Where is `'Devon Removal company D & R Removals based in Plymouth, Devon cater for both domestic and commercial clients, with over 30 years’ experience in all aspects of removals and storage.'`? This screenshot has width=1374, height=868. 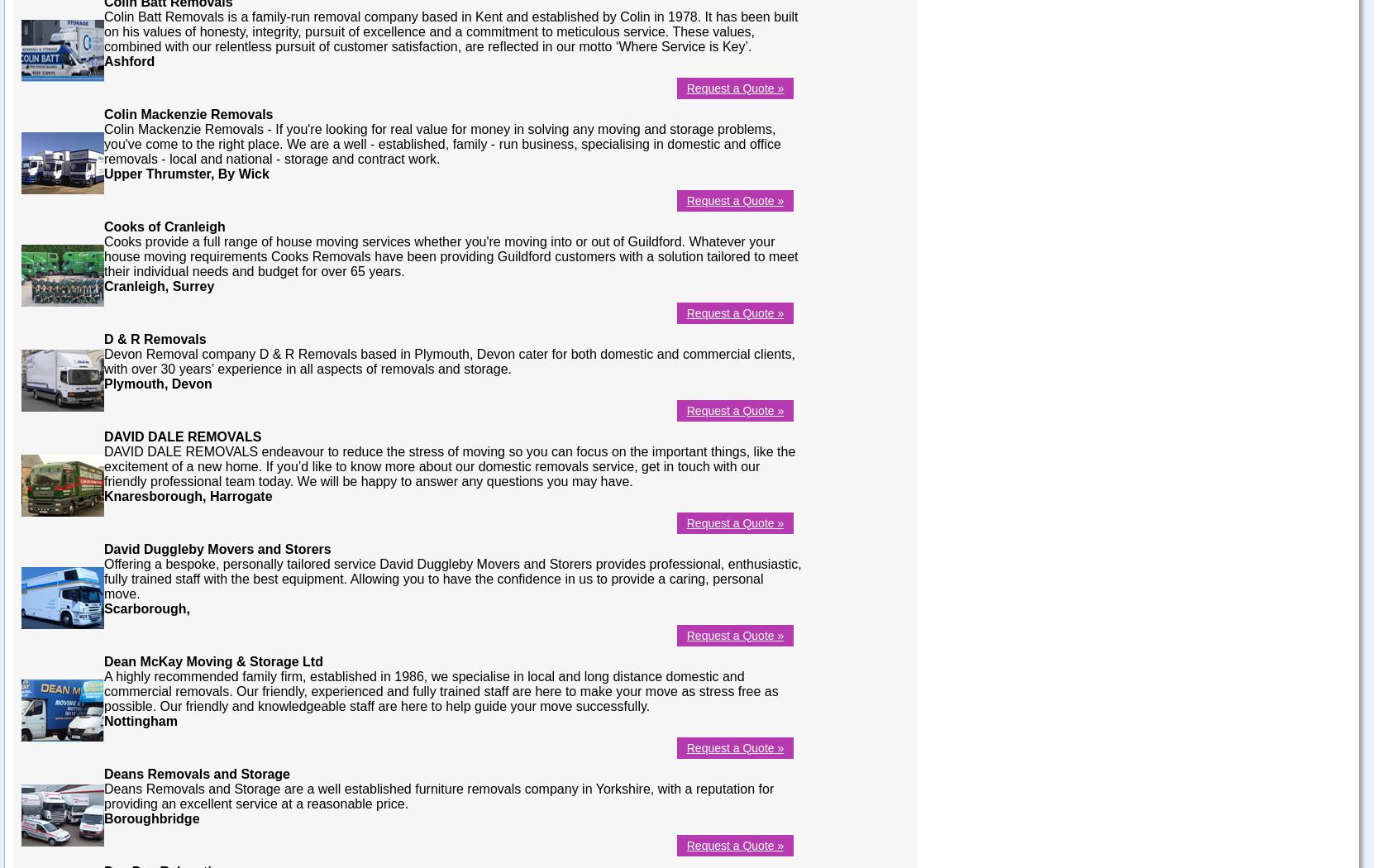
'Devon Removal company D & R Removals based in Plymouth, Devon cater for both domestic and commercial clients, with over 30 years’ experience in all aspects of removals and storage.' is located at coordinates (448, 360).